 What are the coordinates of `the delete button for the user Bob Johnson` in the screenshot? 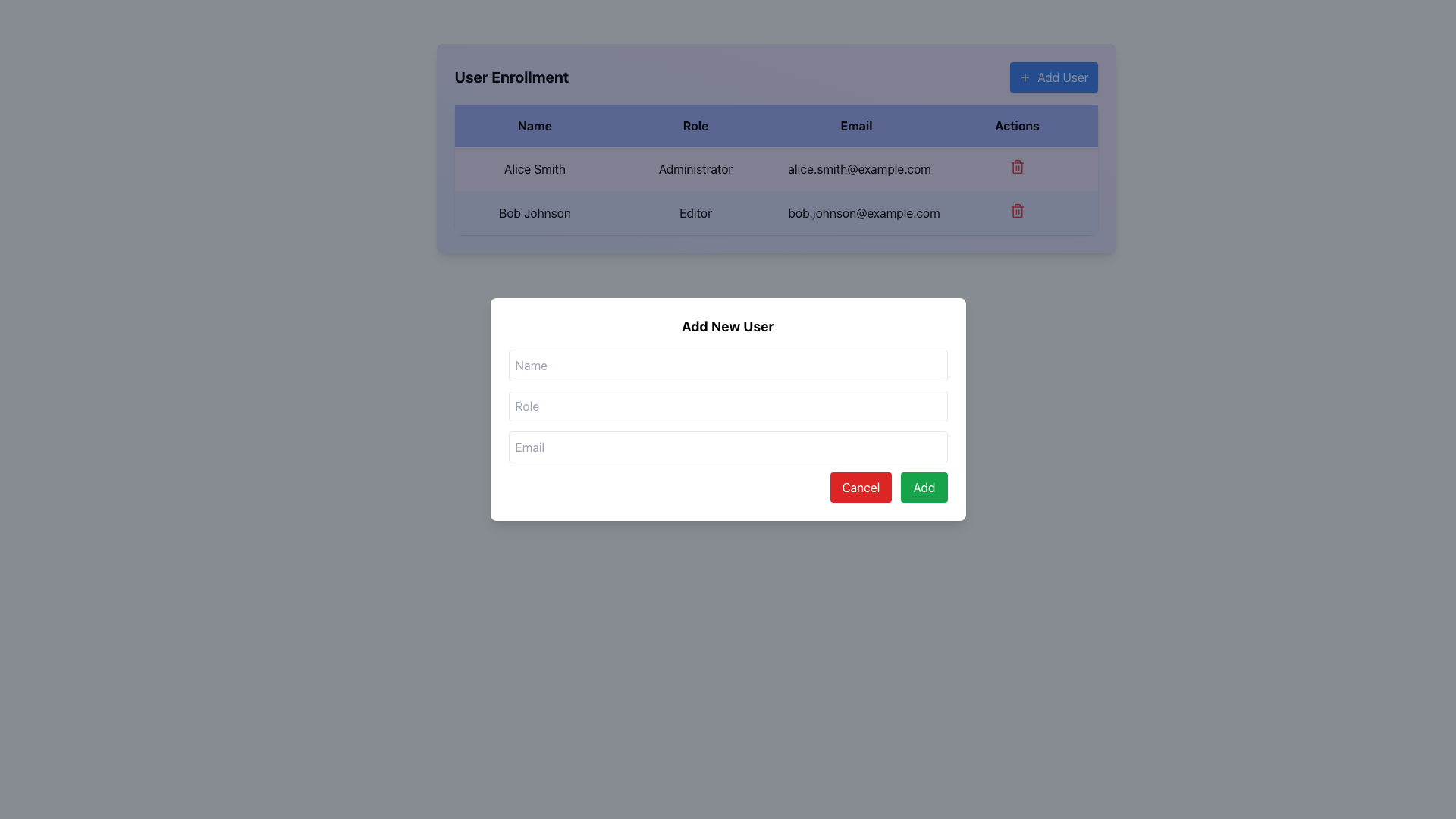 It's located at (1017, 210).